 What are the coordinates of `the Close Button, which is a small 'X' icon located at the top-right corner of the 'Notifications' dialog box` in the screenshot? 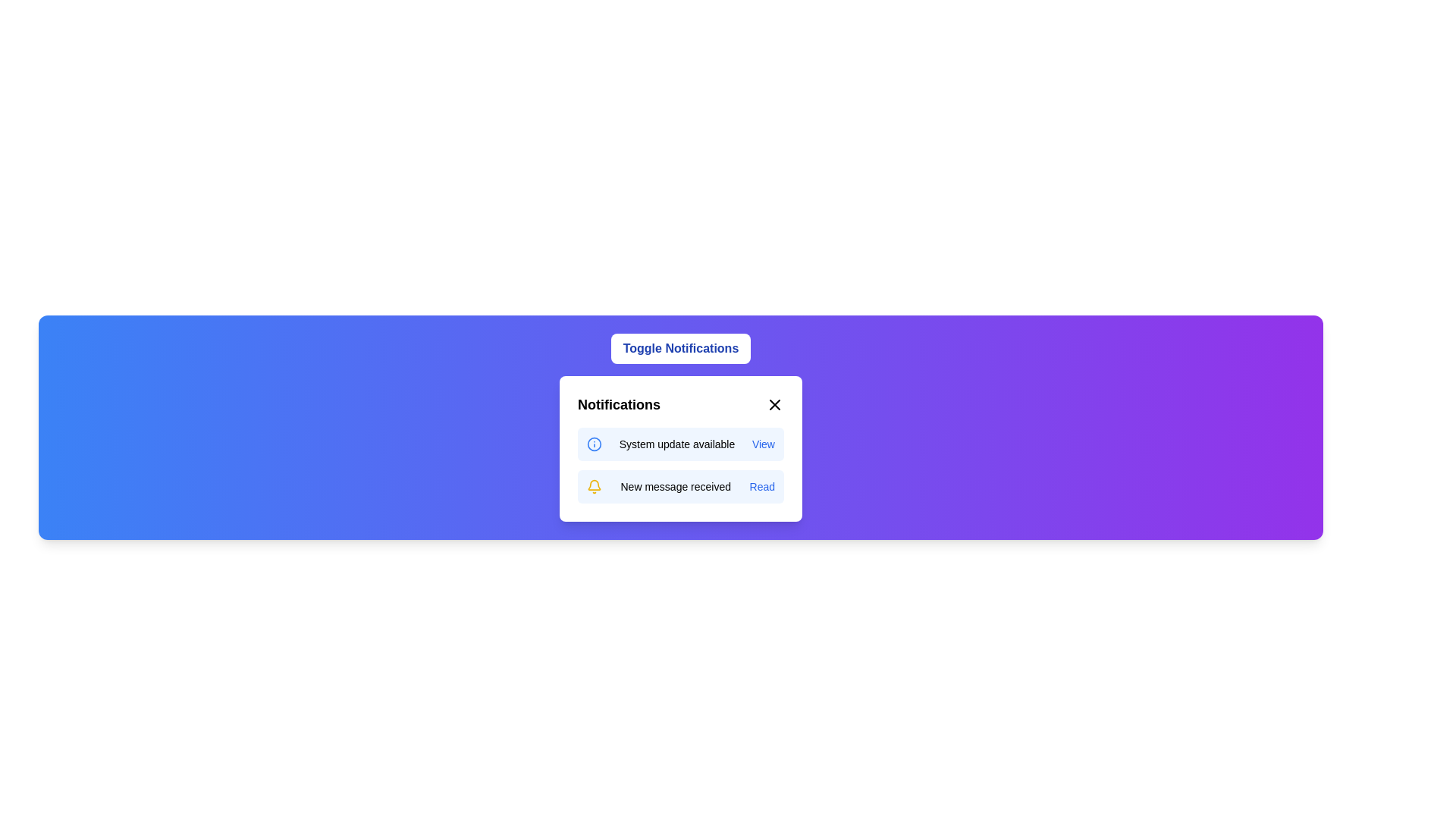 It's located at (775, 403).